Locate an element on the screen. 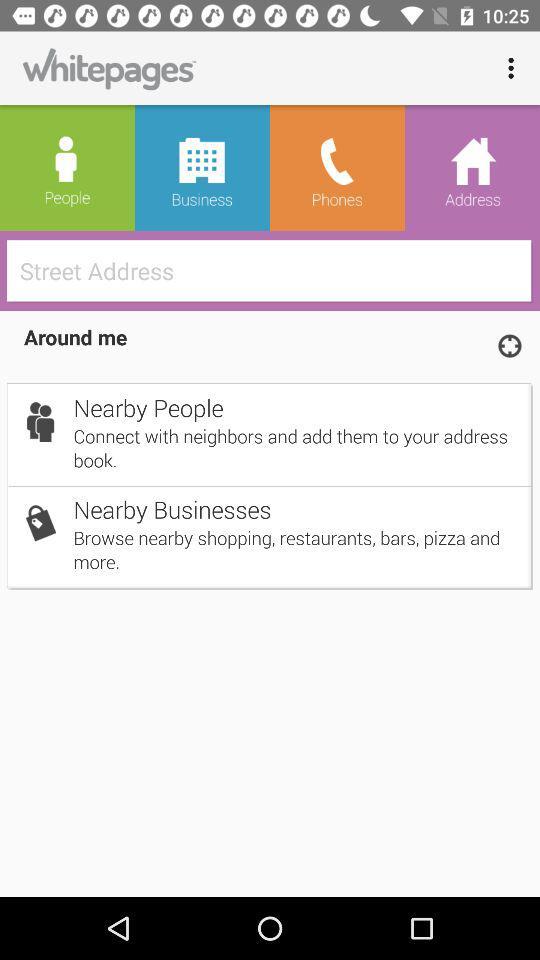  the item next to around me item is located at coordinates (509, 345).